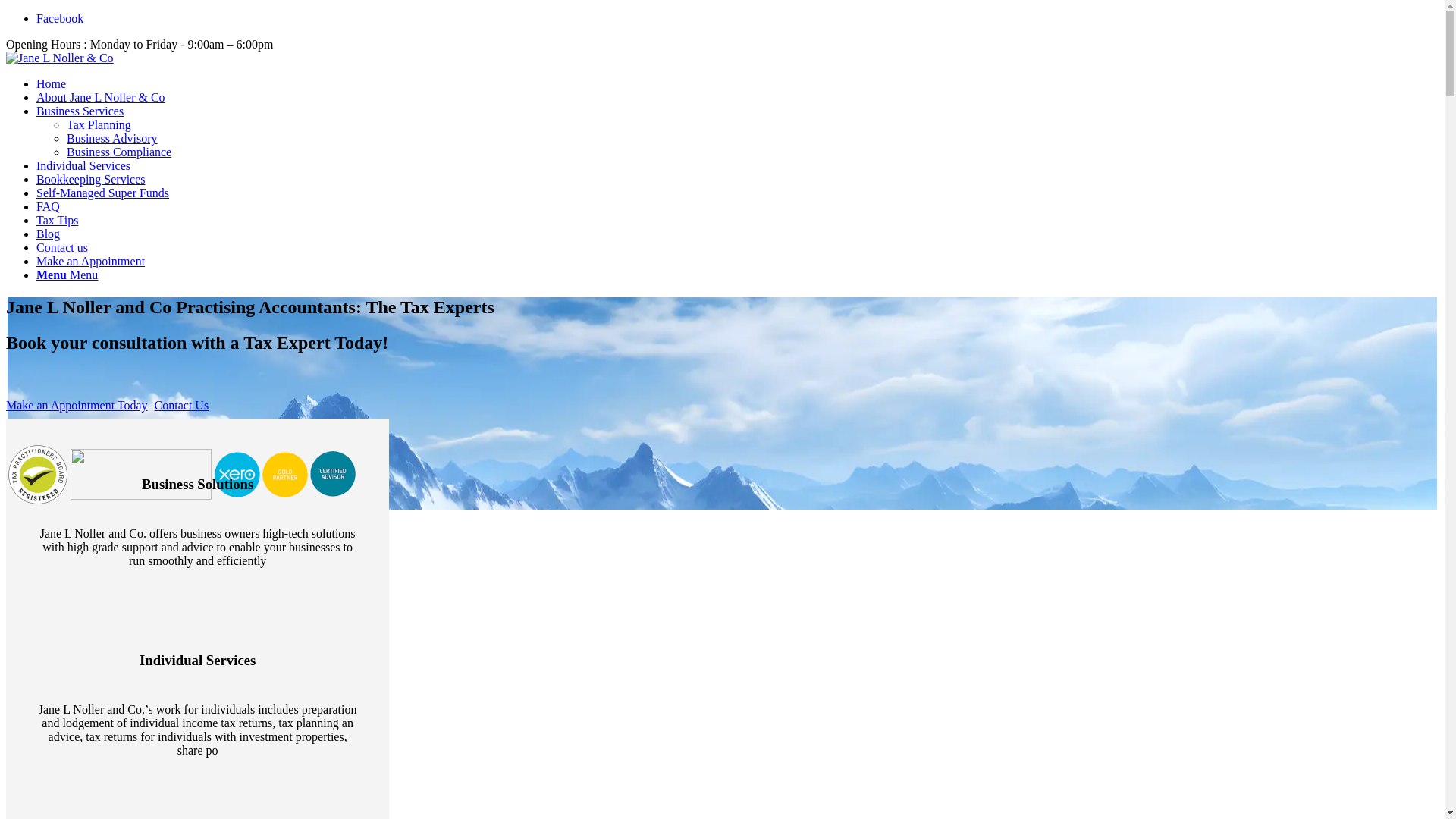 Image resolution: width=1456 pixels, height=819 pixels. What do you see at coordinates (76, 404) in the screenshot?
I see `'Make an Appointment Today'` at bounding box center [76, 404].